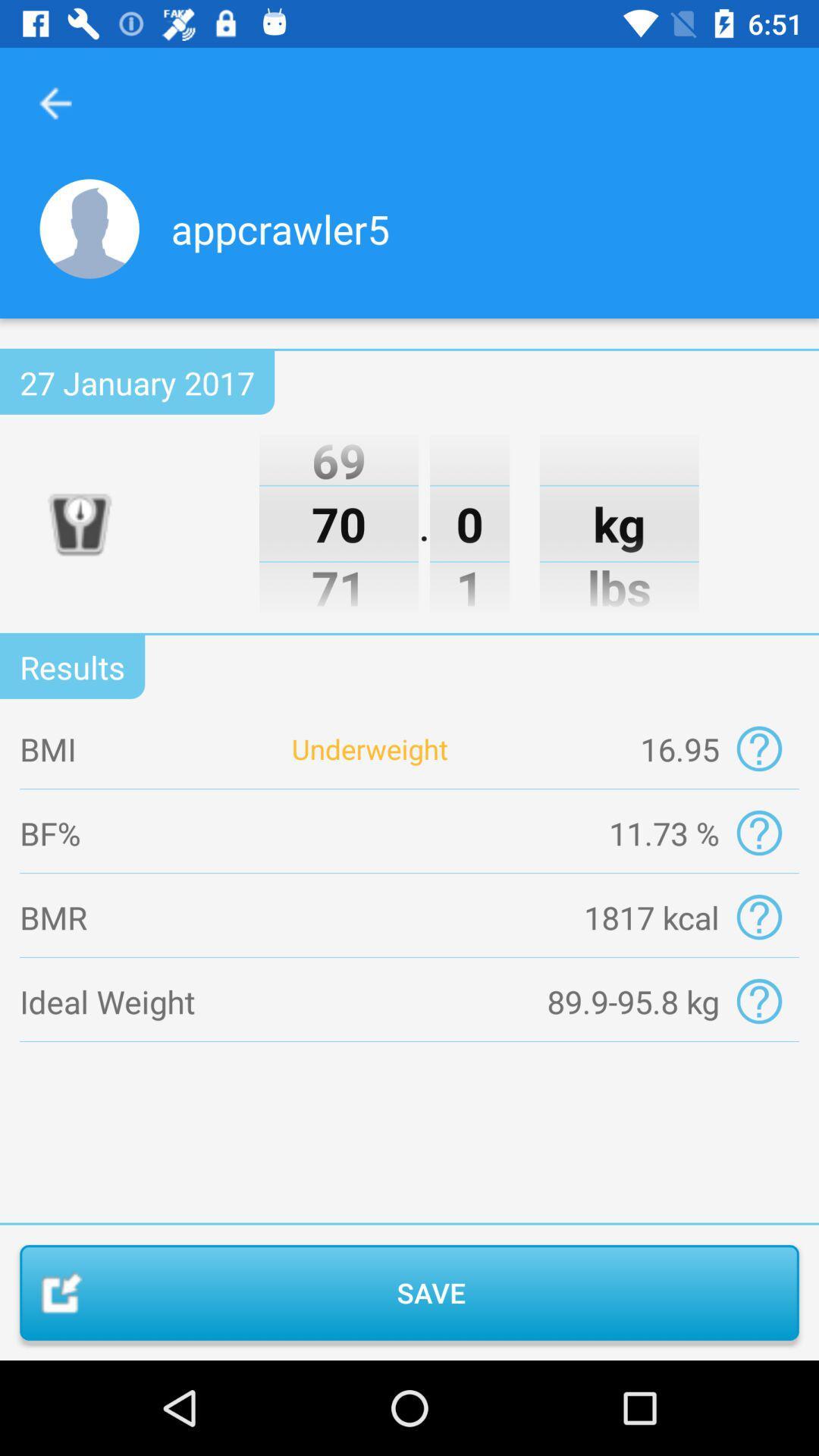  What do you see at coordinates (759, 748) in the screenshot?
I see `the help icon` at bounding box center [759, 748].